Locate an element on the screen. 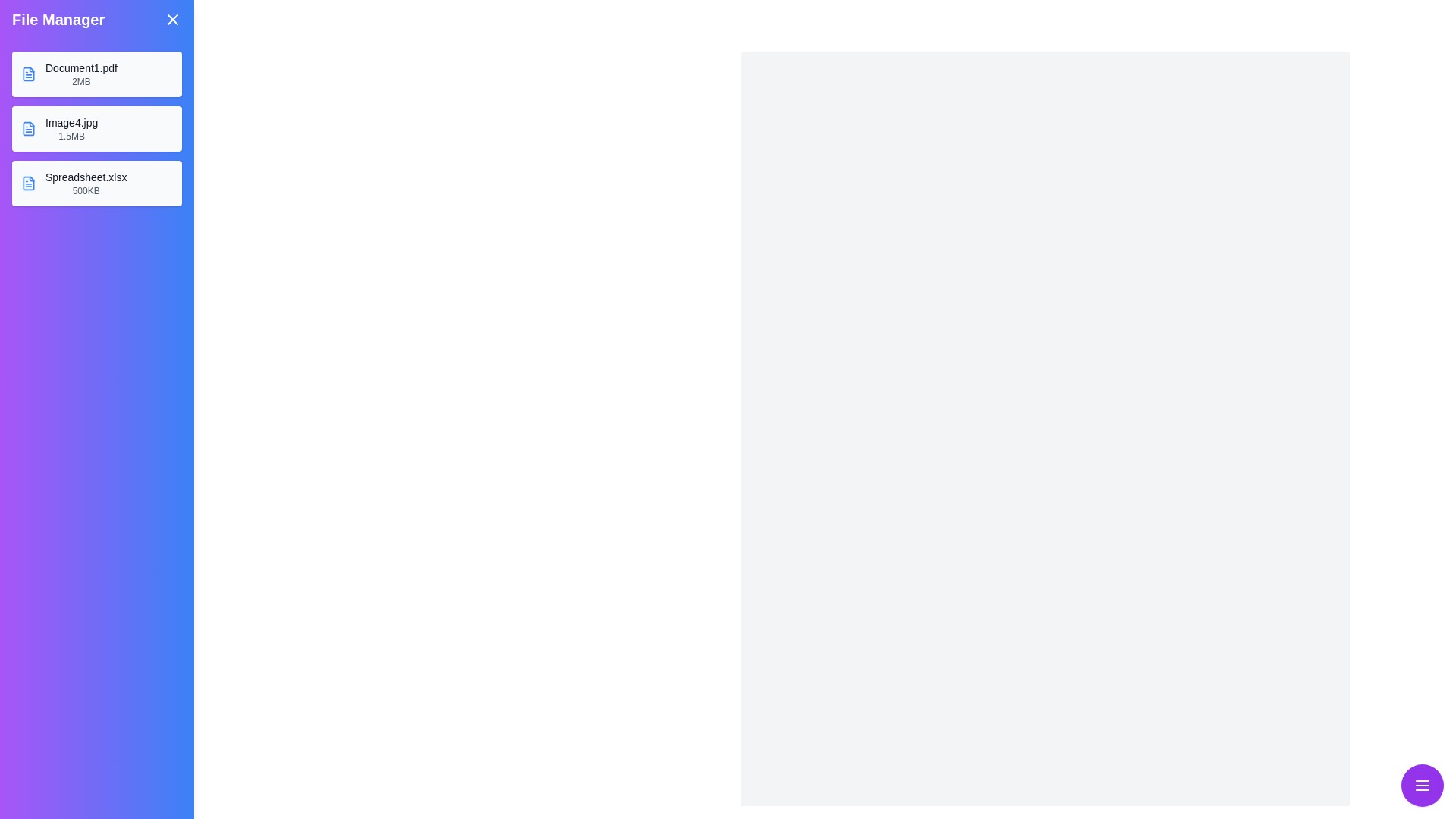 This screenshot has height=819, width=1456. the file entry labeled 'Spreadsheet.xlsx' is located at coordinates (96, 183).